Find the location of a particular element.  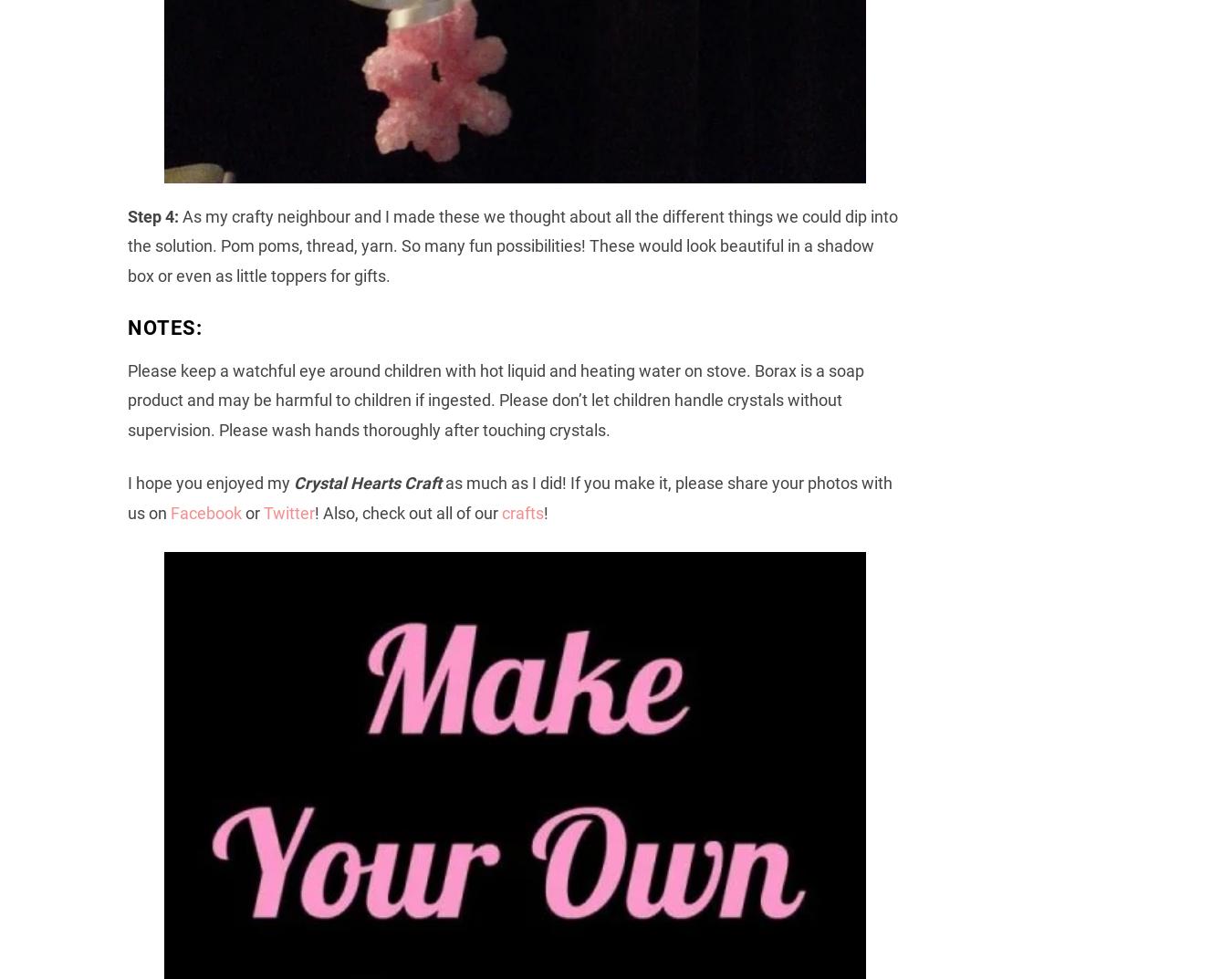

'I hope you enjoyed my' is located at coordinates (207, 482).